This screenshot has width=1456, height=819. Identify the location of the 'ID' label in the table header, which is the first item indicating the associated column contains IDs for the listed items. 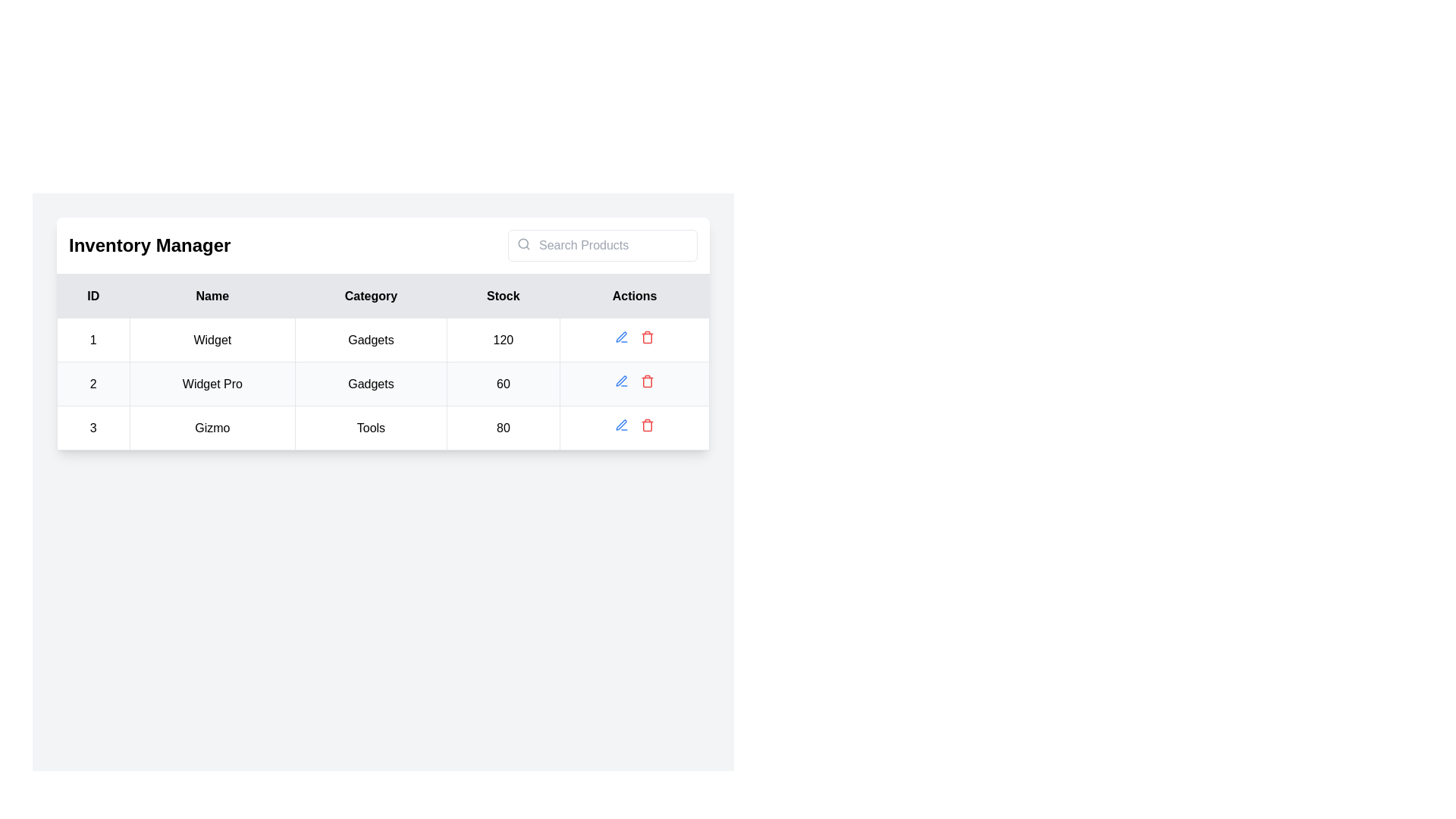
(93, 296).